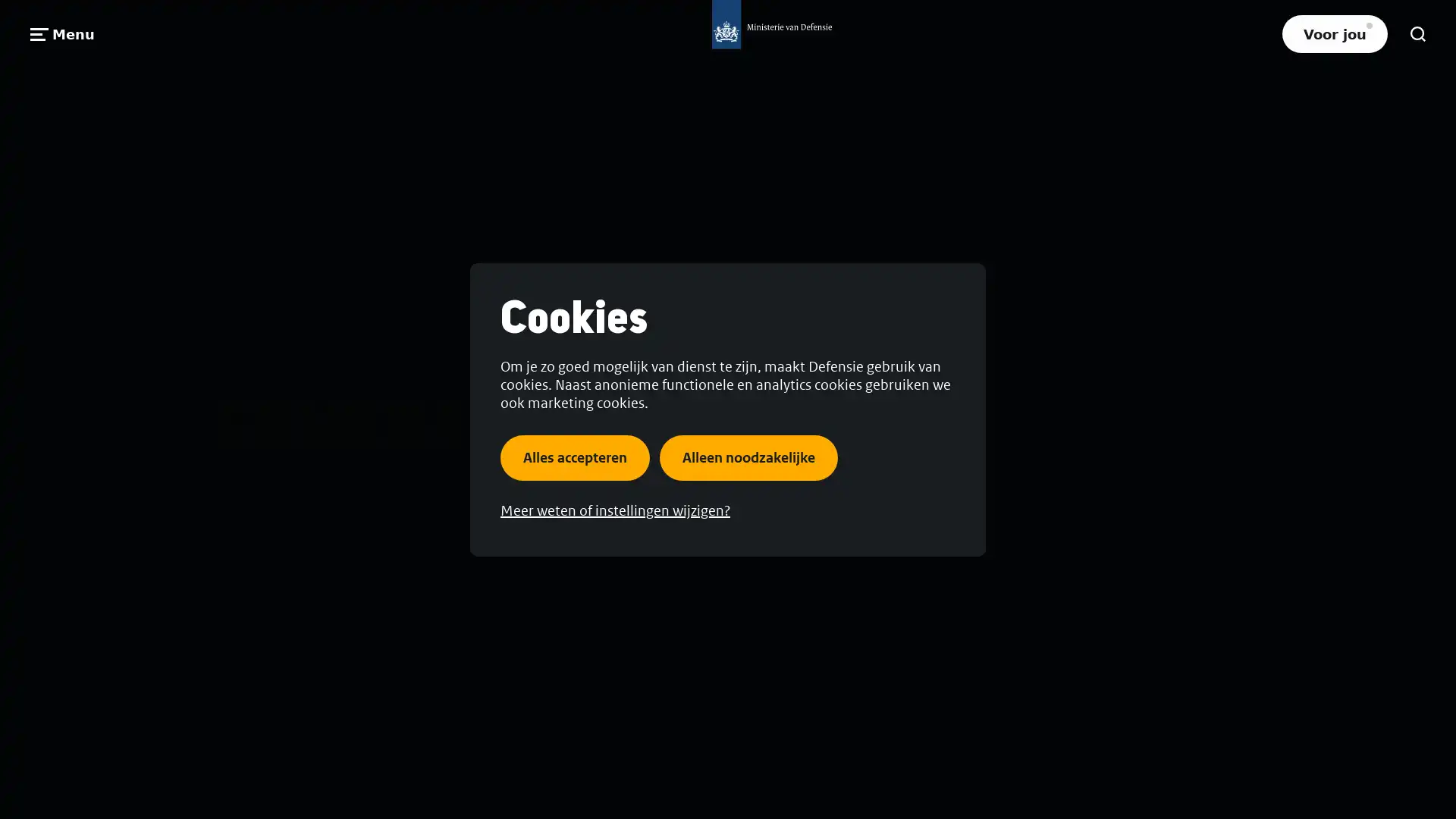 This screenshot has height=819, width=1456. Describe the element at coordinates (748, 456) in the screenshot. I see `Alleen noodzakelijke` at that location.